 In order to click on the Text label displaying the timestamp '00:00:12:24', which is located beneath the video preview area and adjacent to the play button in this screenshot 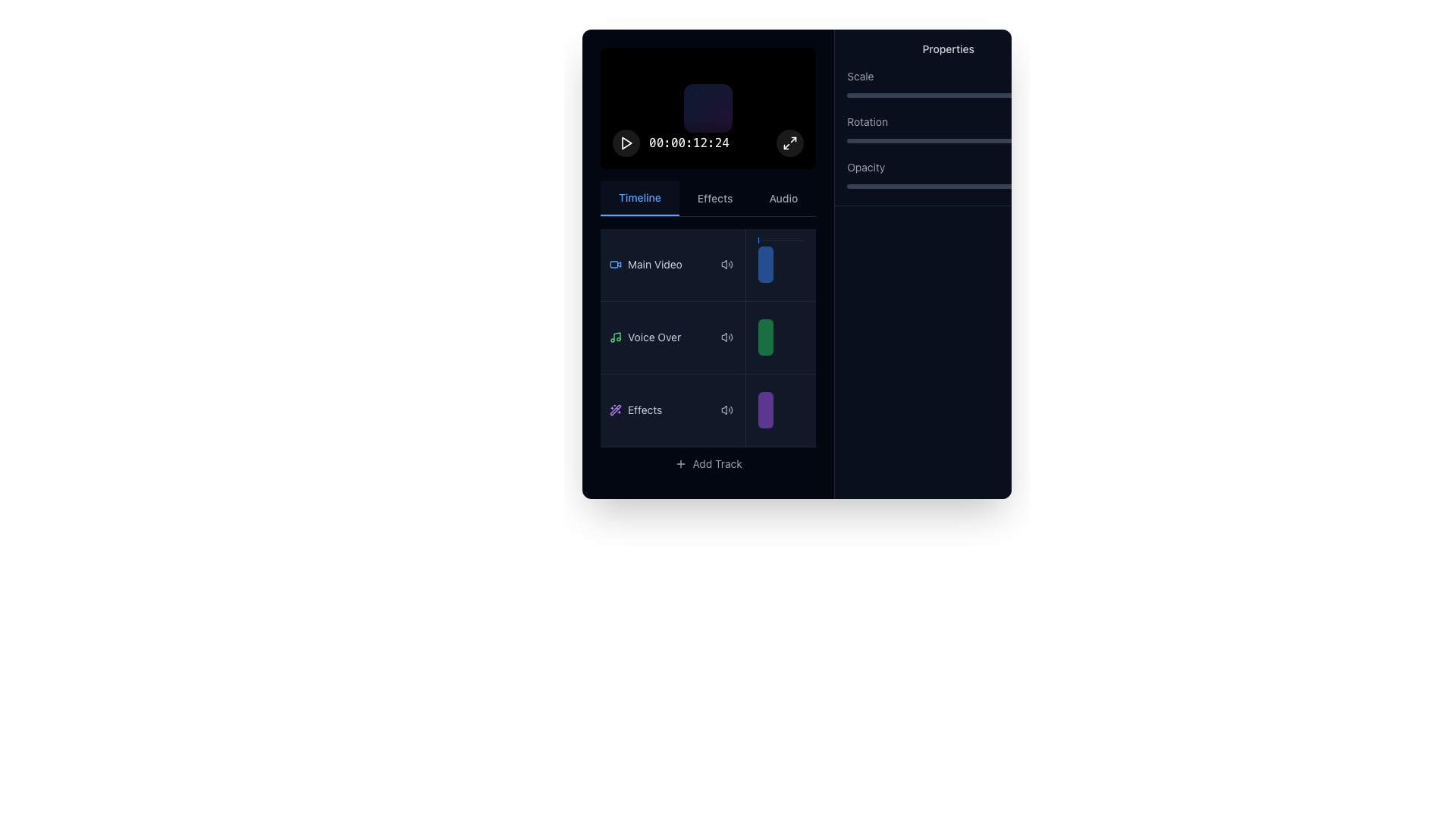, I will do `click(688, 143)`.